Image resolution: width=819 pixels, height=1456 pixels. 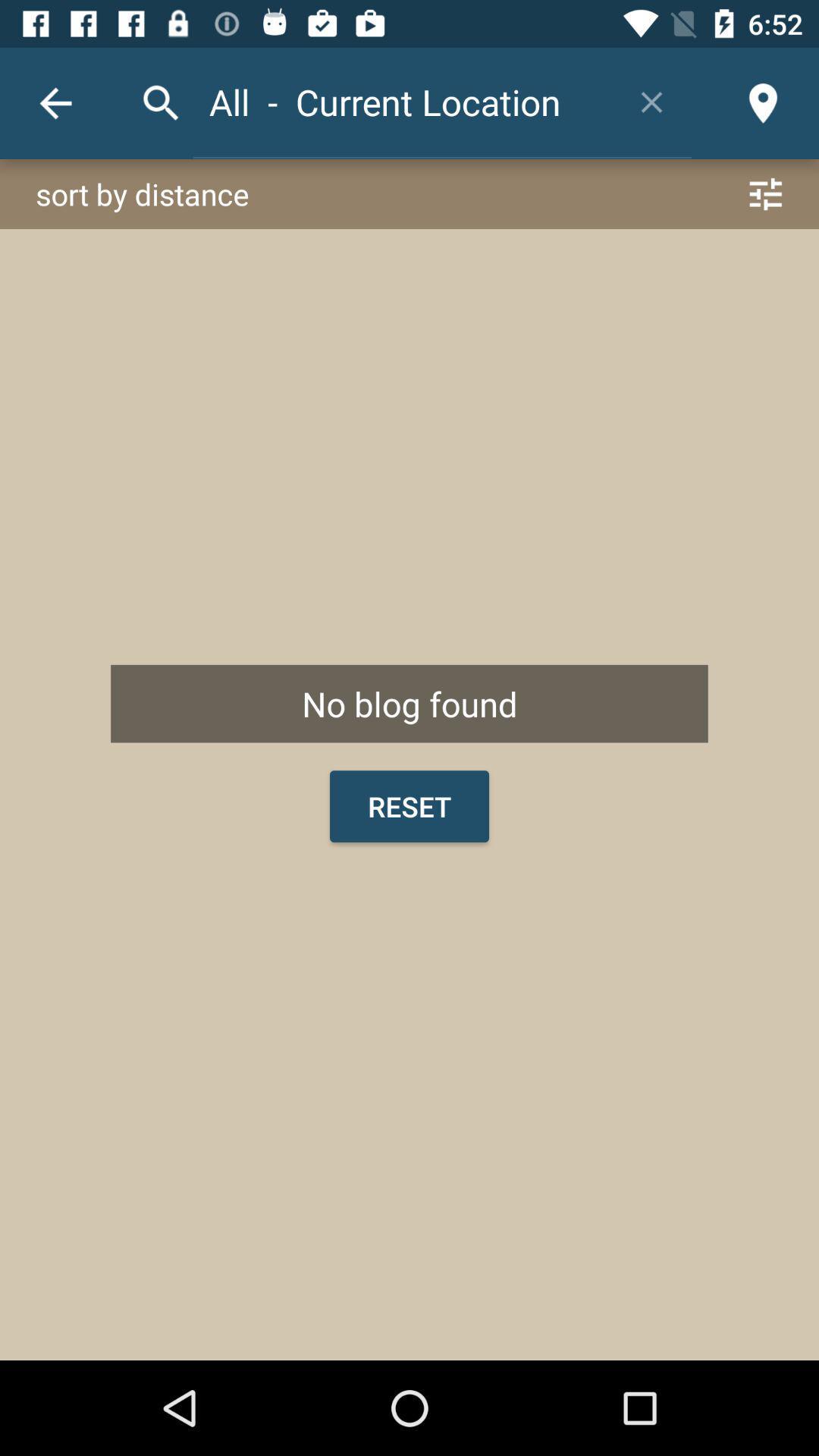 What do you see at coordinates (651, 101) in the screenshot?
I see `item next to the all  -  current location` at bounding box center [651, 101].